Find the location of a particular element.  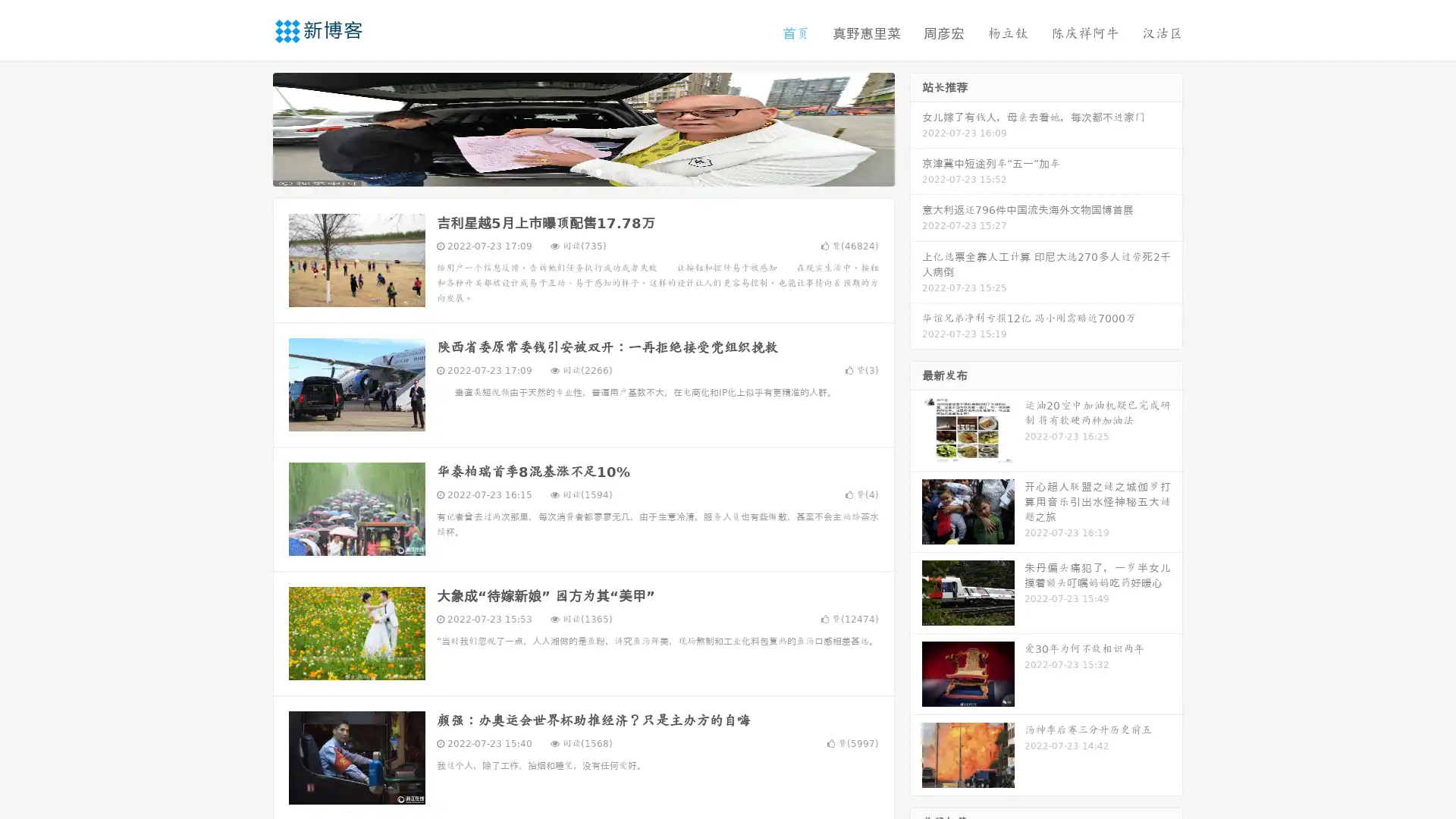

Previous slide is located at coordinates (250, 127).